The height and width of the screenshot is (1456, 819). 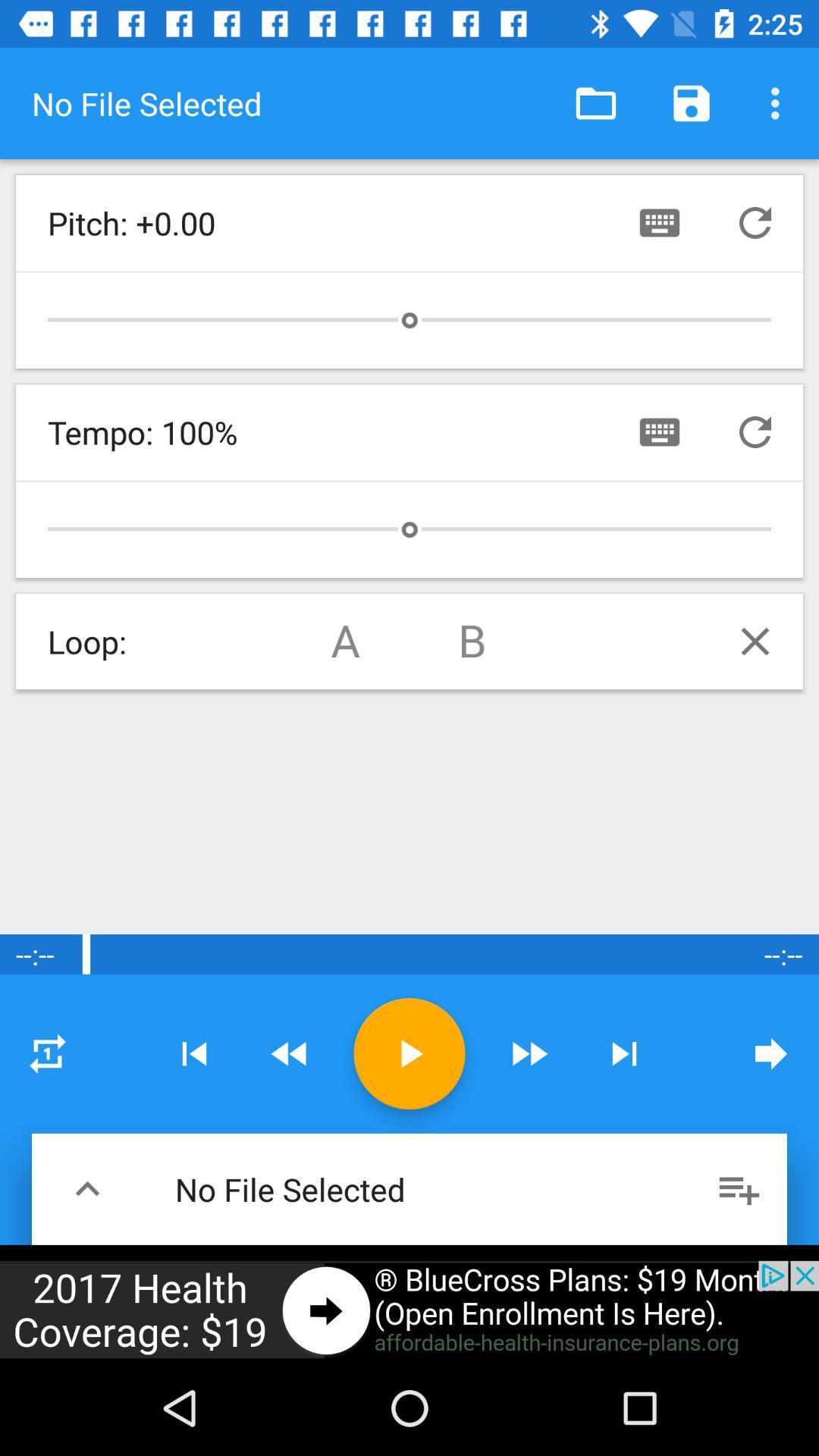 I want to click on next button, so click(x=624, y=1053).